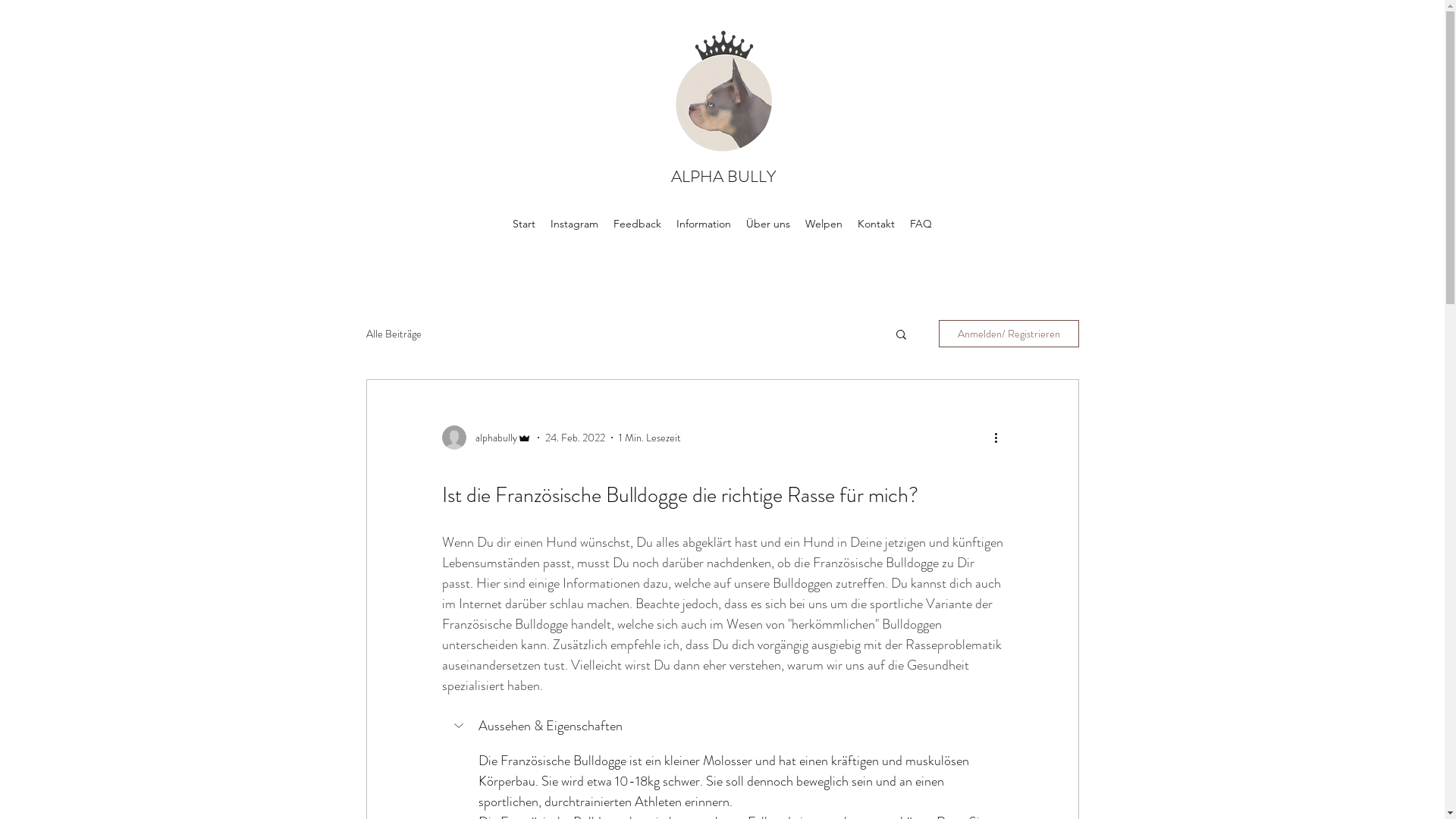 Image resolution: width=1456 pixels, height=819 pixels. I want to click on 'Feedback', so click(637, 223).